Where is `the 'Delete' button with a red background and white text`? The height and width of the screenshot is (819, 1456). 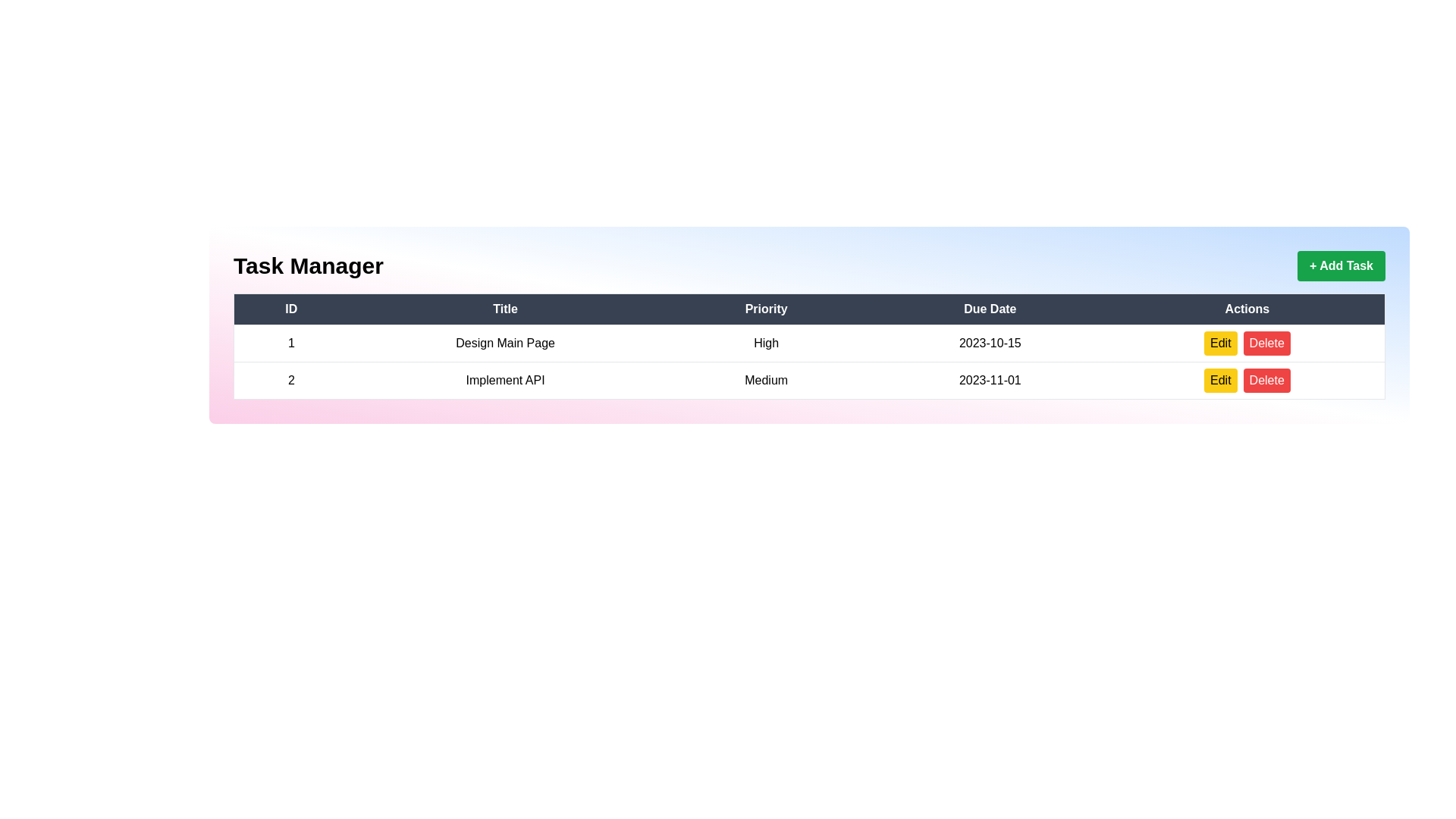
the 'Delete' button with a red background and white text is located at coordinates (1266, 343).